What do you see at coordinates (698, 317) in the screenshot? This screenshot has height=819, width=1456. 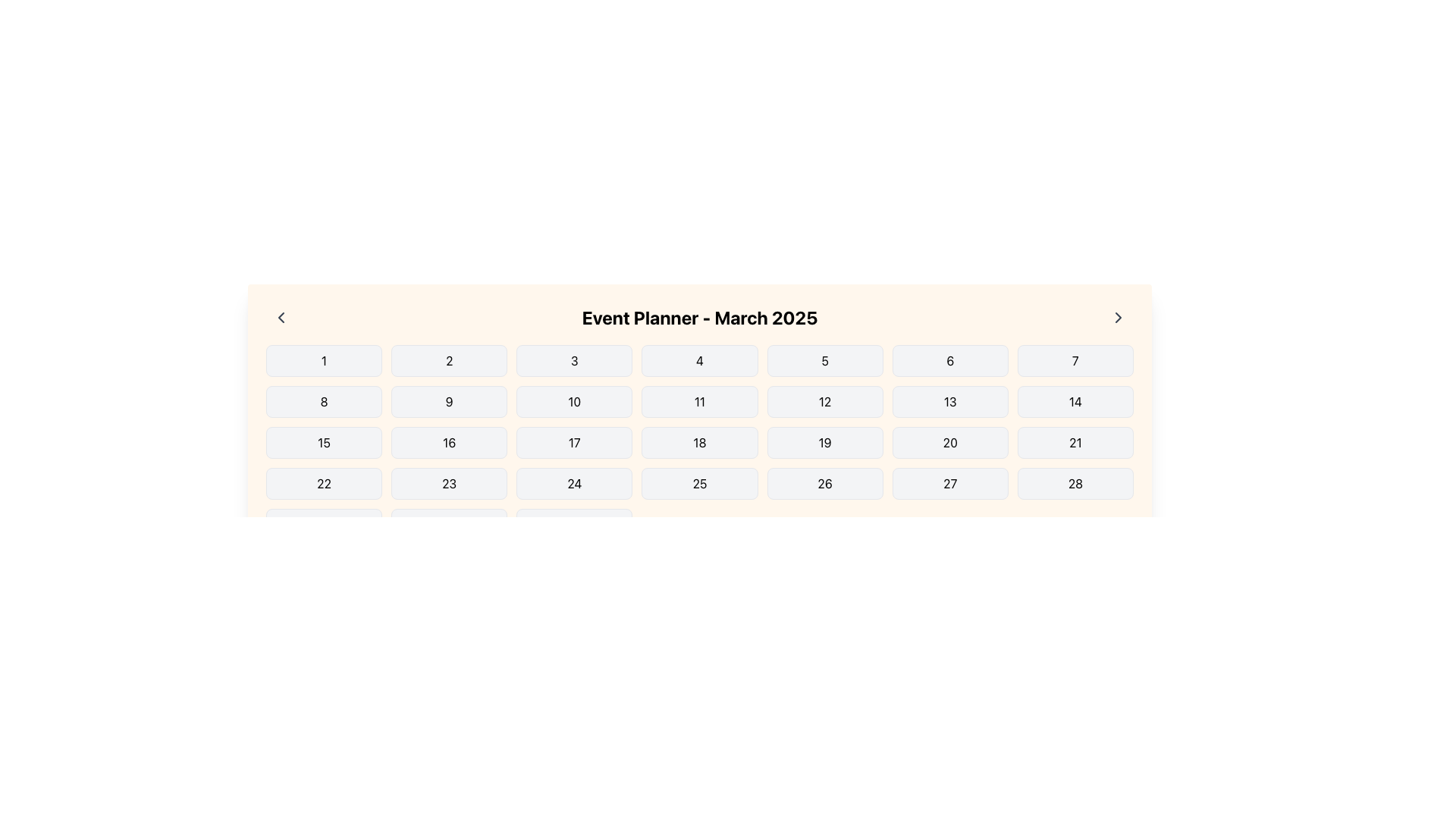 I see `the bold text display element that reads 'Event Planner - March 2025', which is centrally located between two interactive buttons` at bounding box center [698, 317].